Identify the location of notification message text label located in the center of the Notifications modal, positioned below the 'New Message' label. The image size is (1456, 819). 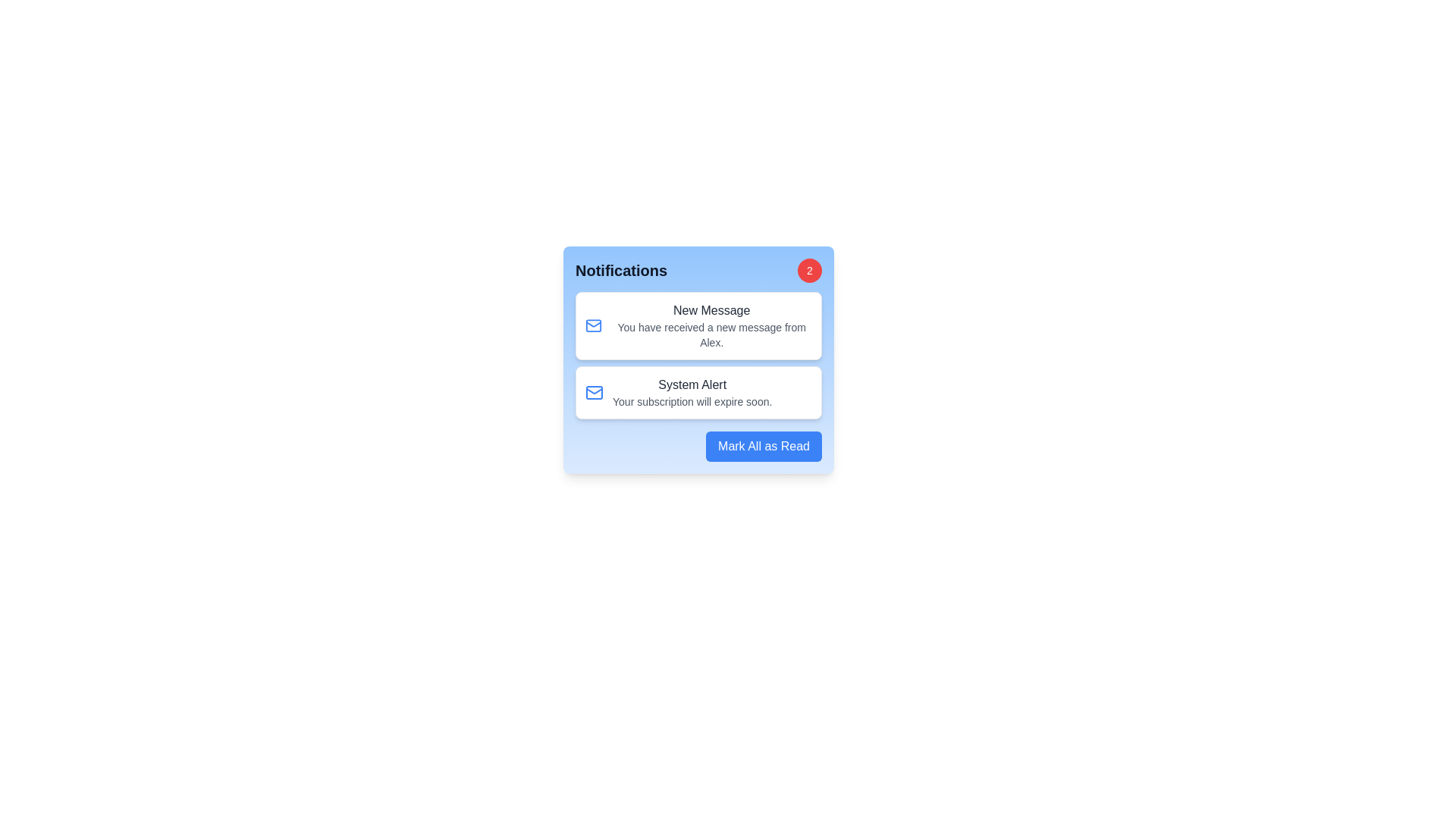
(711, 334).